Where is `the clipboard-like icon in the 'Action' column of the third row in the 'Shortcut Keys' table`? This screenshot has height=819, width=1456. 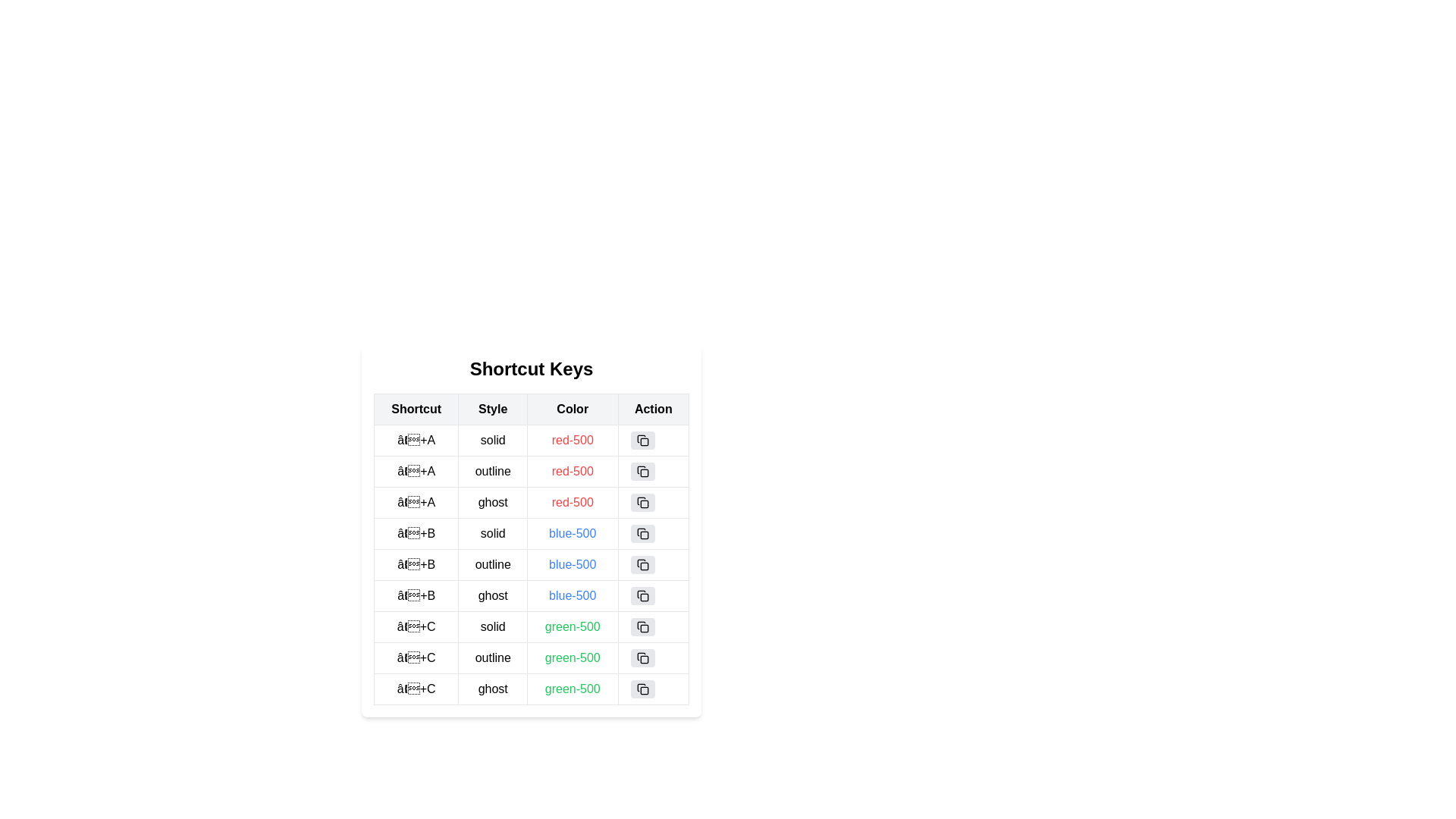
the clipboard-like icon in the 'Action' column of the third row in the 'Shortcut Keys' table is located at coordinates (641, 500).